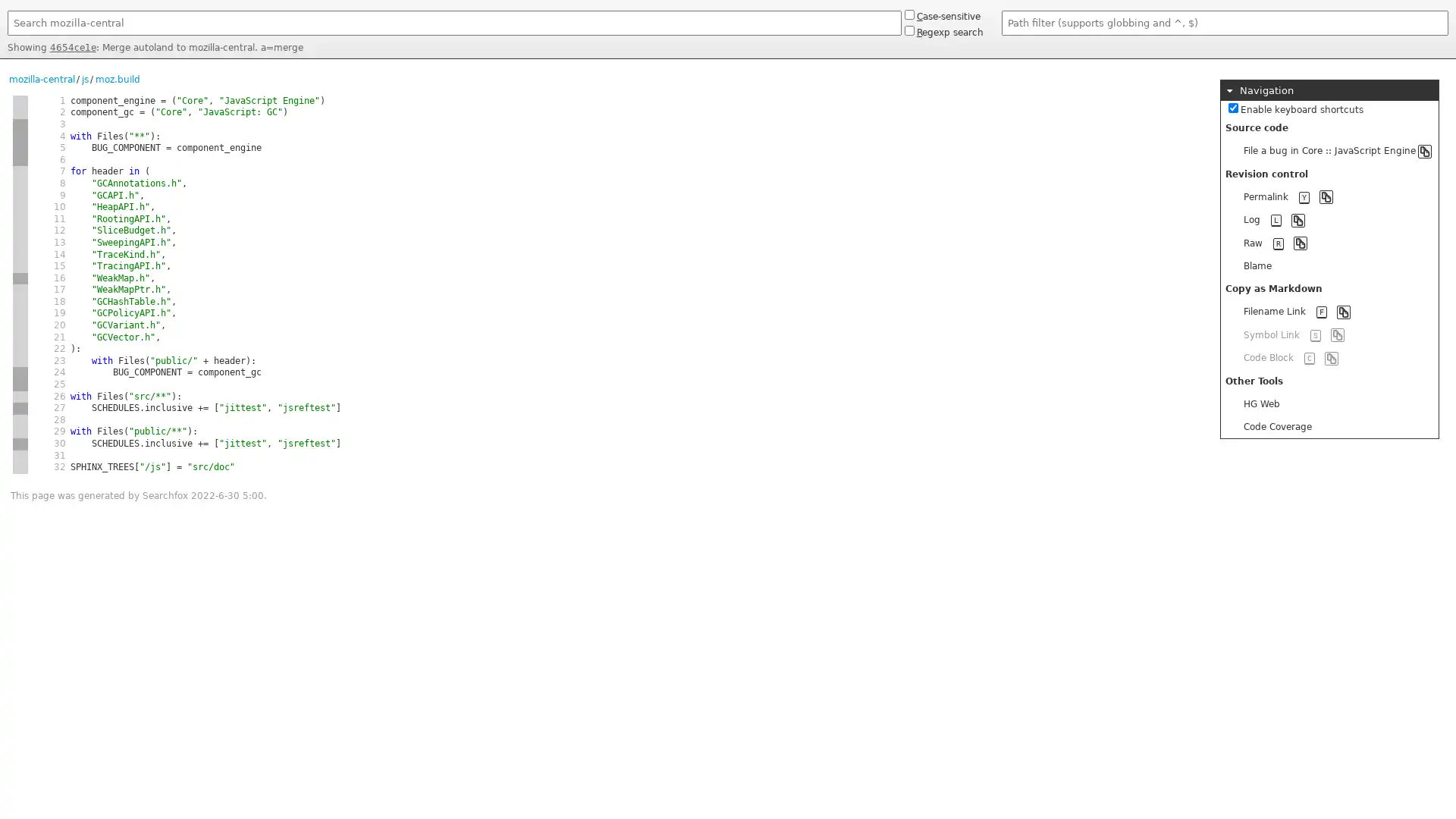 The image size is (1456, 819). Describe the element at coordinates (20, 444) in the screenshot. I see `new hash 1` at that location.